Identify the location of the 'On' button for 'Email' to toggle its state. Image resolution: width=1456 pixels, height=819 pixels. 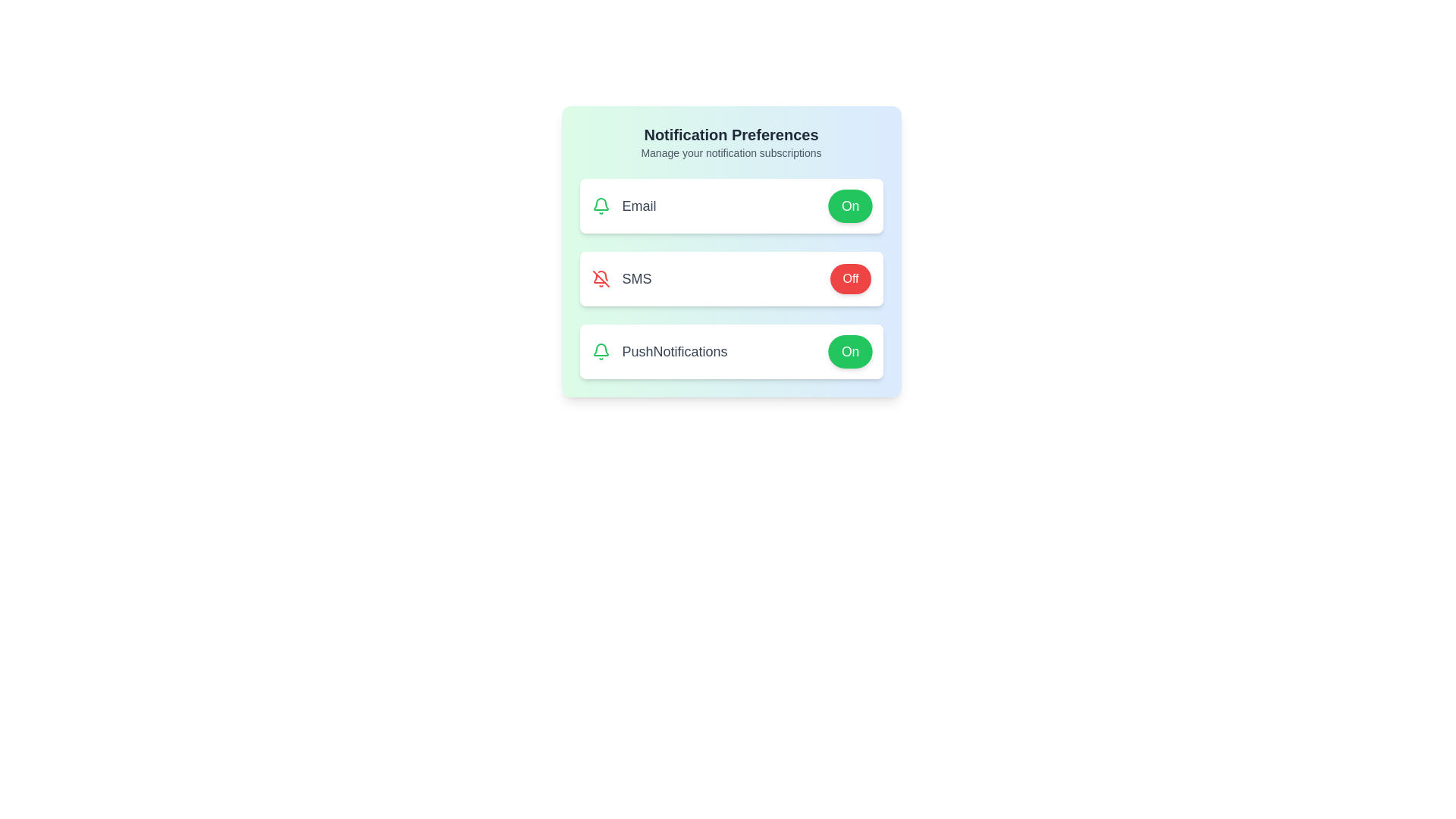
(850, 206).